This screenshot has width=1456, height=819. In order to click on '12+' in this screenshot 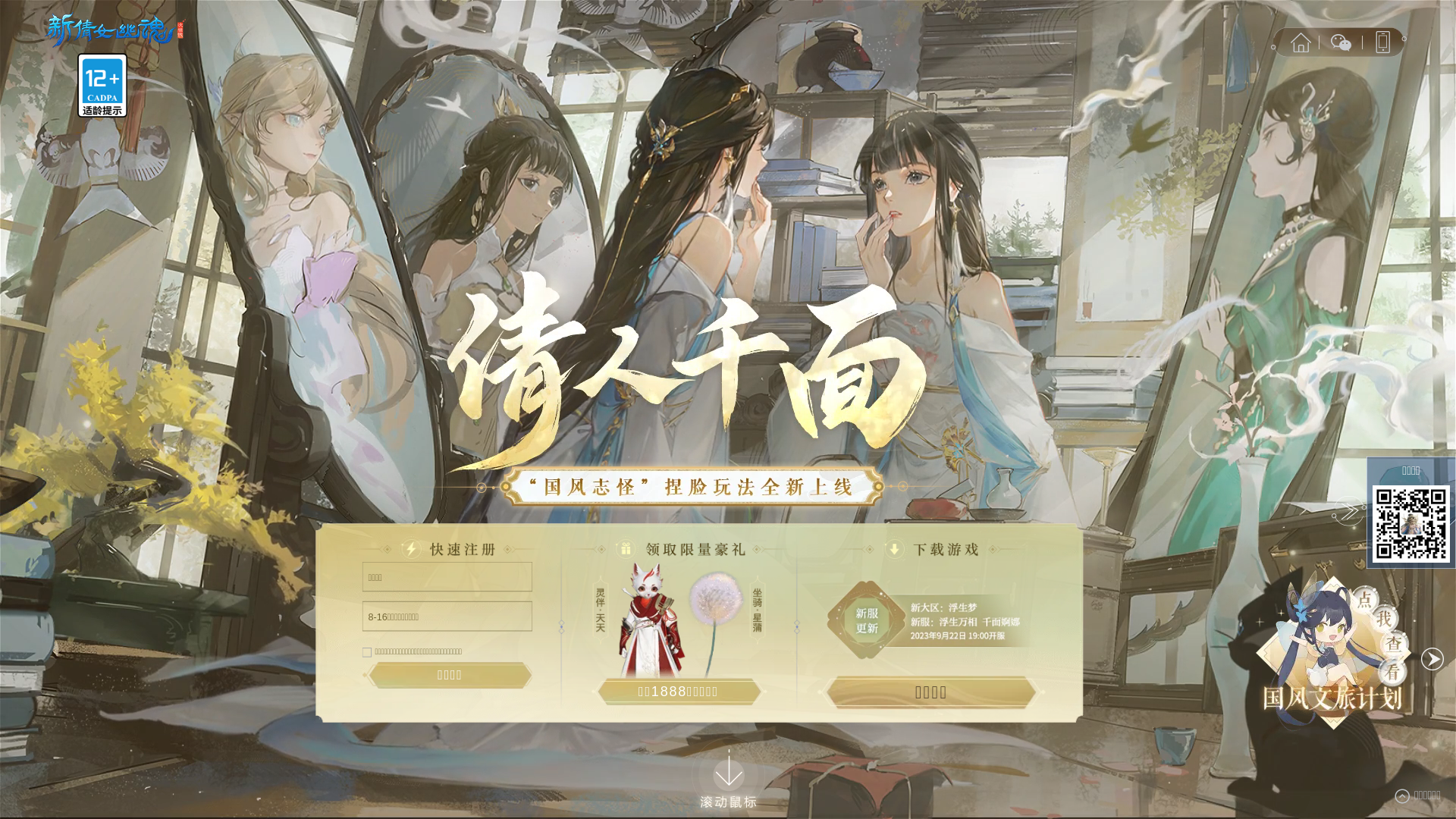, I will do `click(76, 85)`.